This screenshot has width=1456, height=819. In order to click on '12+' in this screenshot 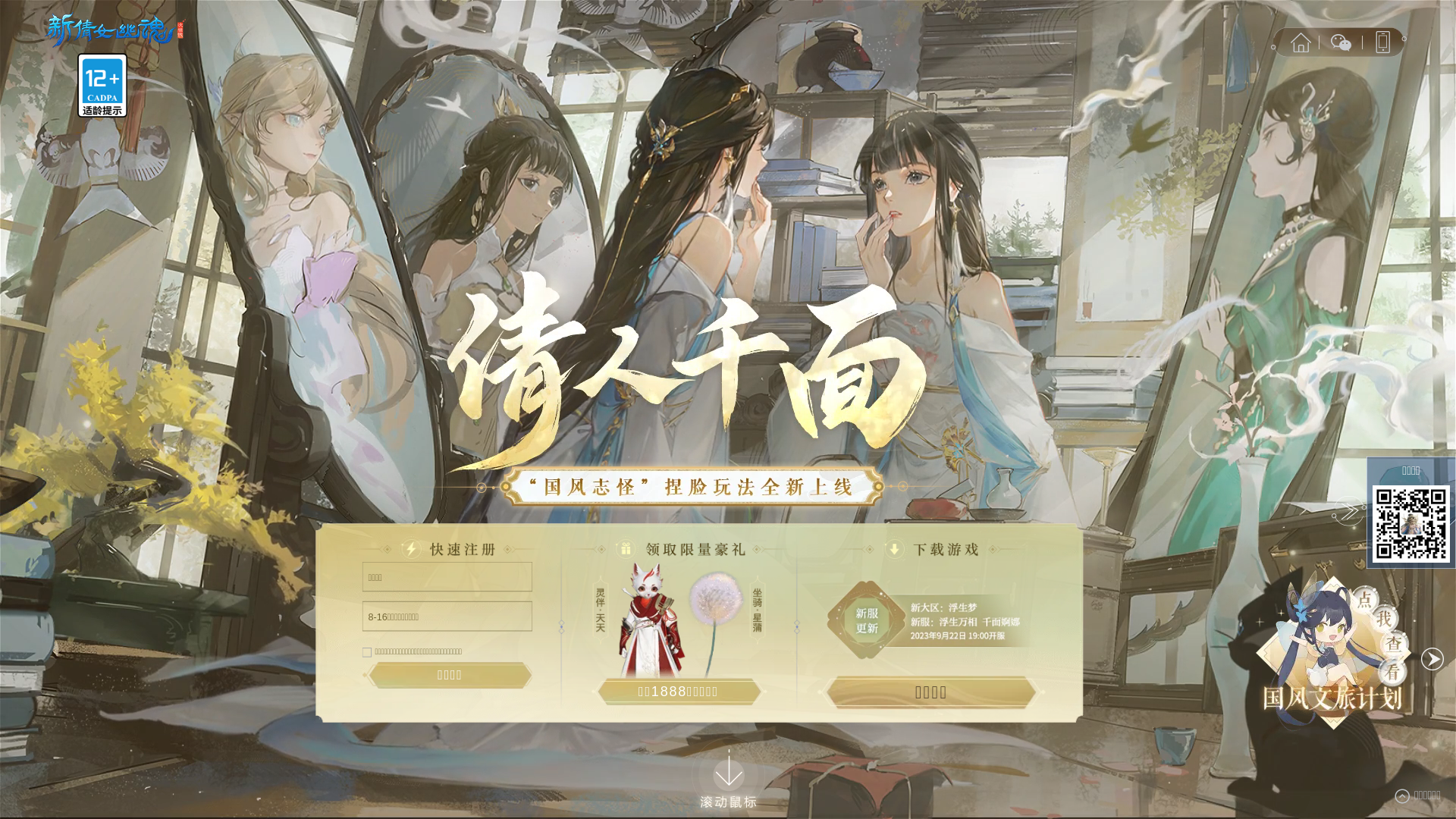, I will do `click(76, 85)`.